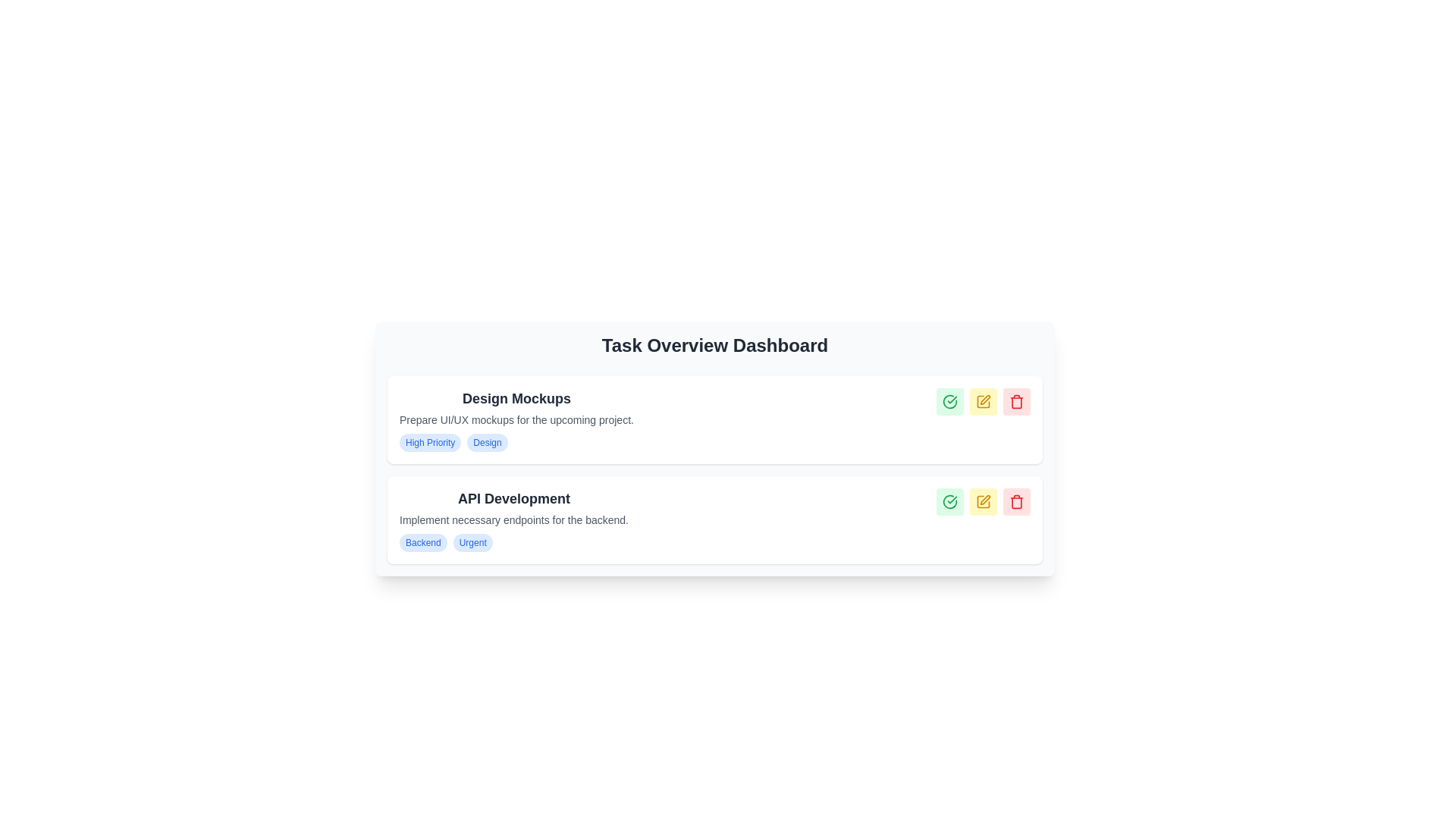 This screenshot has width=1456, height=819. I want to click on the first button with an icon in the action bar of the 'API Development' section, so click(949, 502).